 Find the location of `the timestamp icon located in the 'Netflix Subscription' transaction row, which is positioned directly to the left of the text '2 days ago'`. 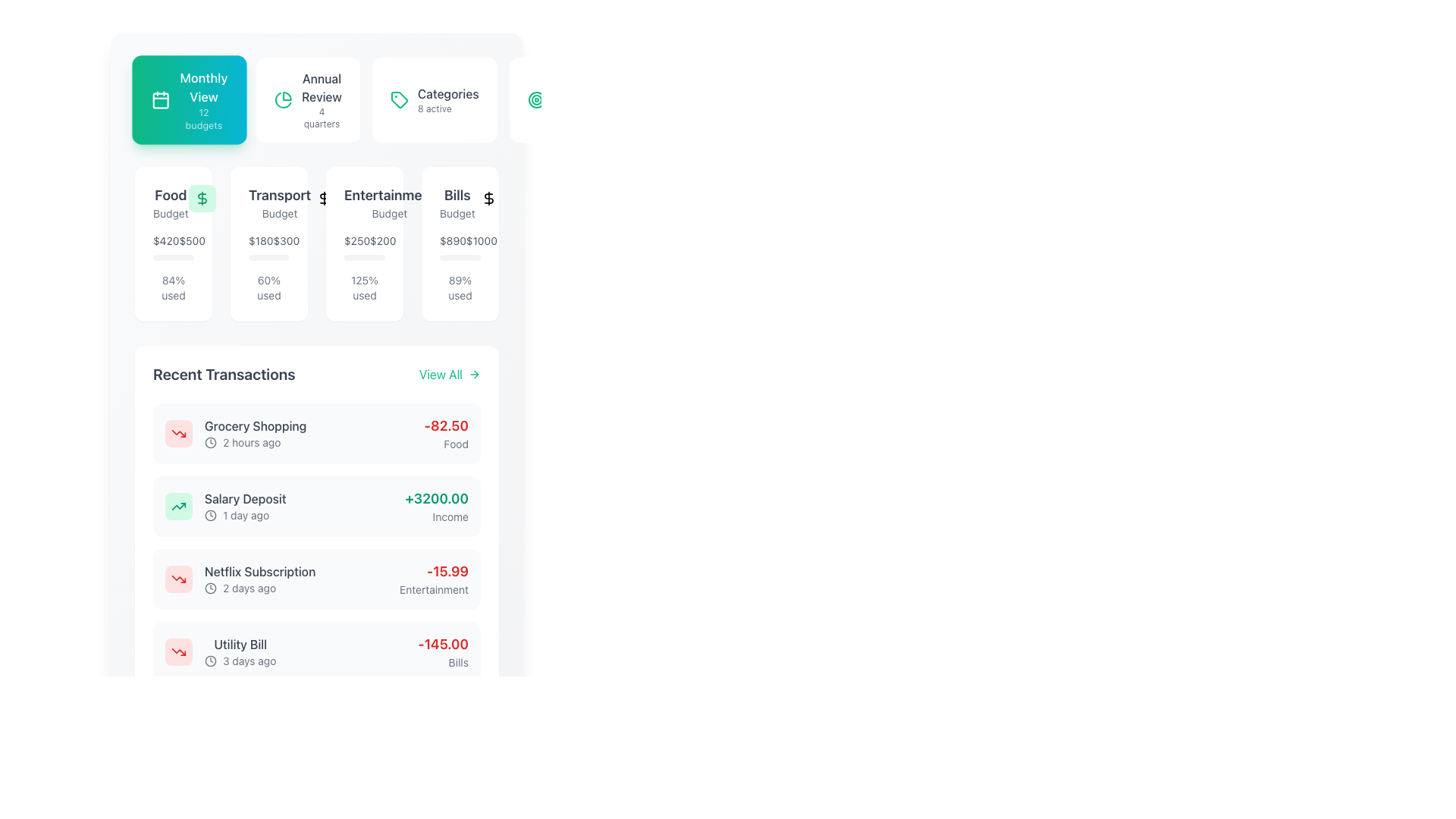

the timestamp icon located in the 'Netflix Subscription' transaction row, which is positioned directly to the left of the text '2 days ago' is located at coordinates (210, 587).